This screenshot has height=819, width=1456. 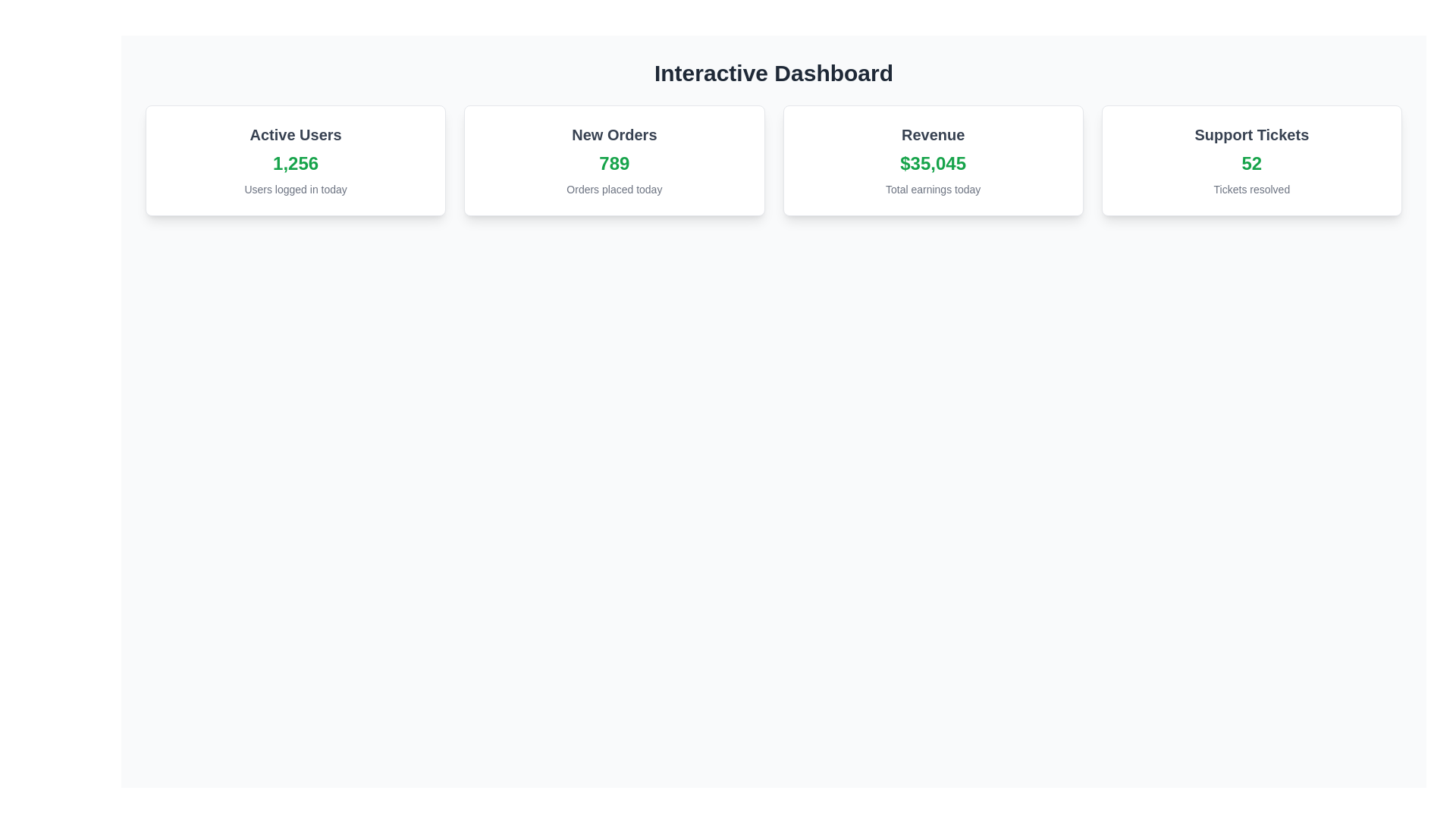 What do you see at coordinates (932, 164) in the screenshot?
I see `the static text element displaying the revenue figure on the dashboard, located between the heading 'Revenue' and the description 'Total earnings today'` at bounding box center [932, 164].